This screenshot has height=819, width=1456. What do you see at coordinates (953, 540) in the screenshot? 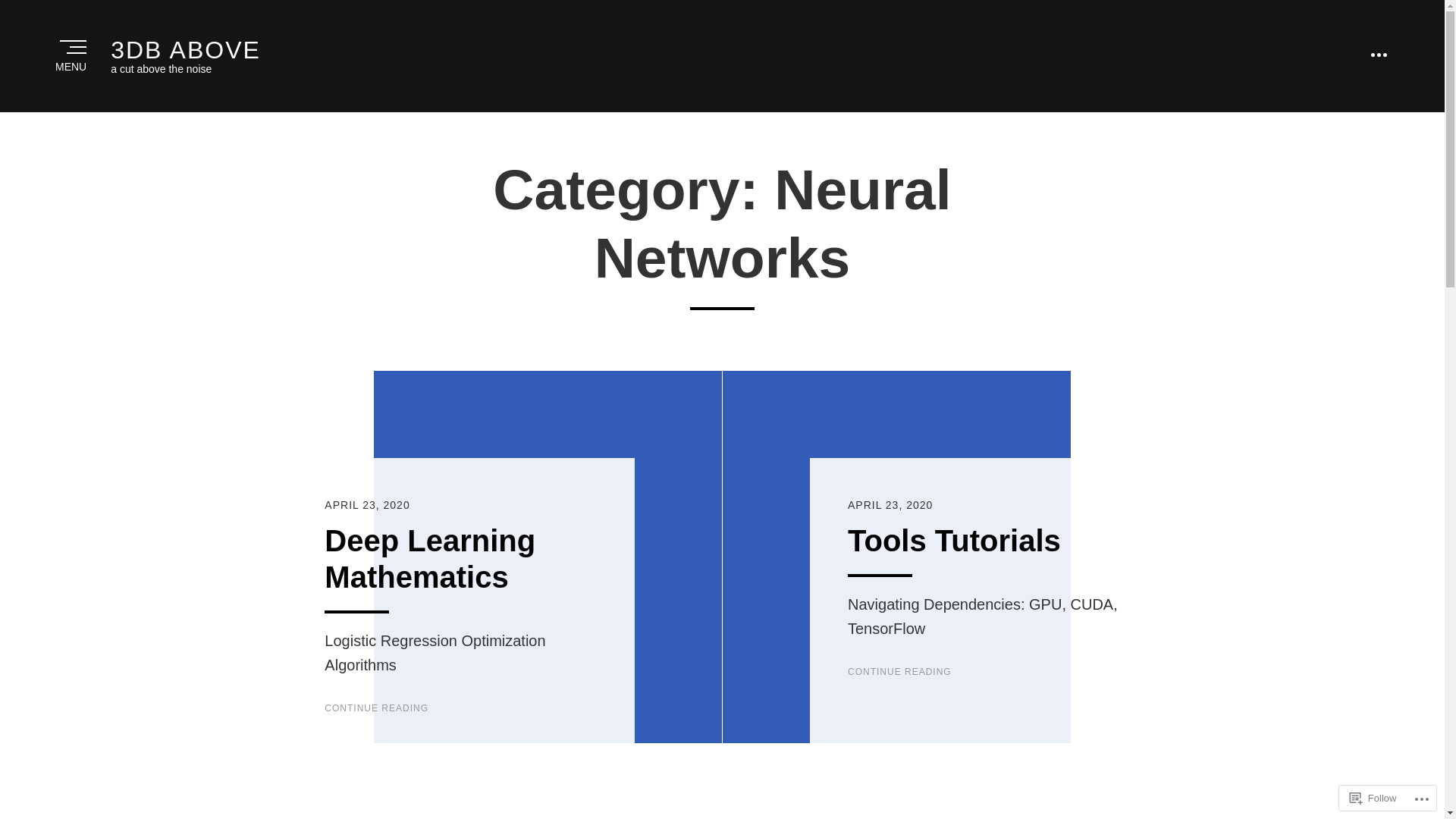
I see `'Tools Tutorials'` at bounding box center [953, 540].